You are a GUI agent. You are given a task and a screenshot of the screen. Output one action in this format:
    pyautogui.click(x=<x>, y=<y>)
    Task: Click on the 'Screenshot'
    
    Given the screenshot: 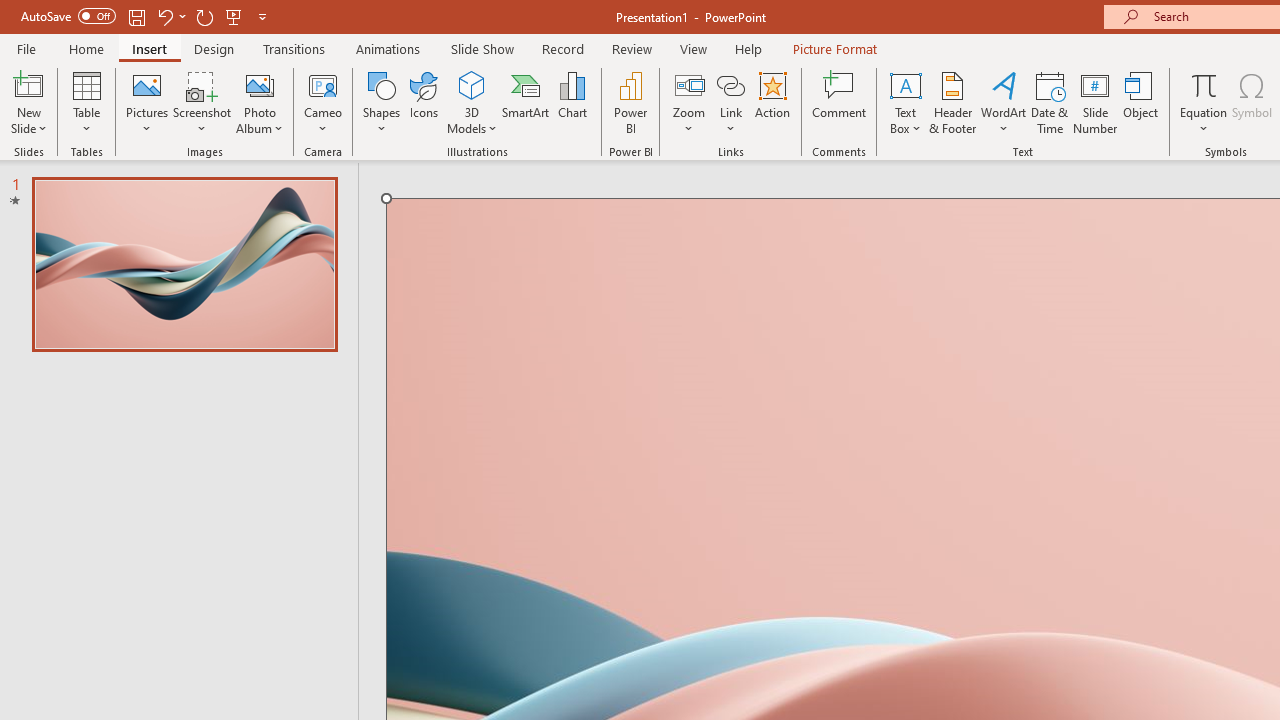 What is the action you would take?
    pyautogui.click(x=202, y=103)
    